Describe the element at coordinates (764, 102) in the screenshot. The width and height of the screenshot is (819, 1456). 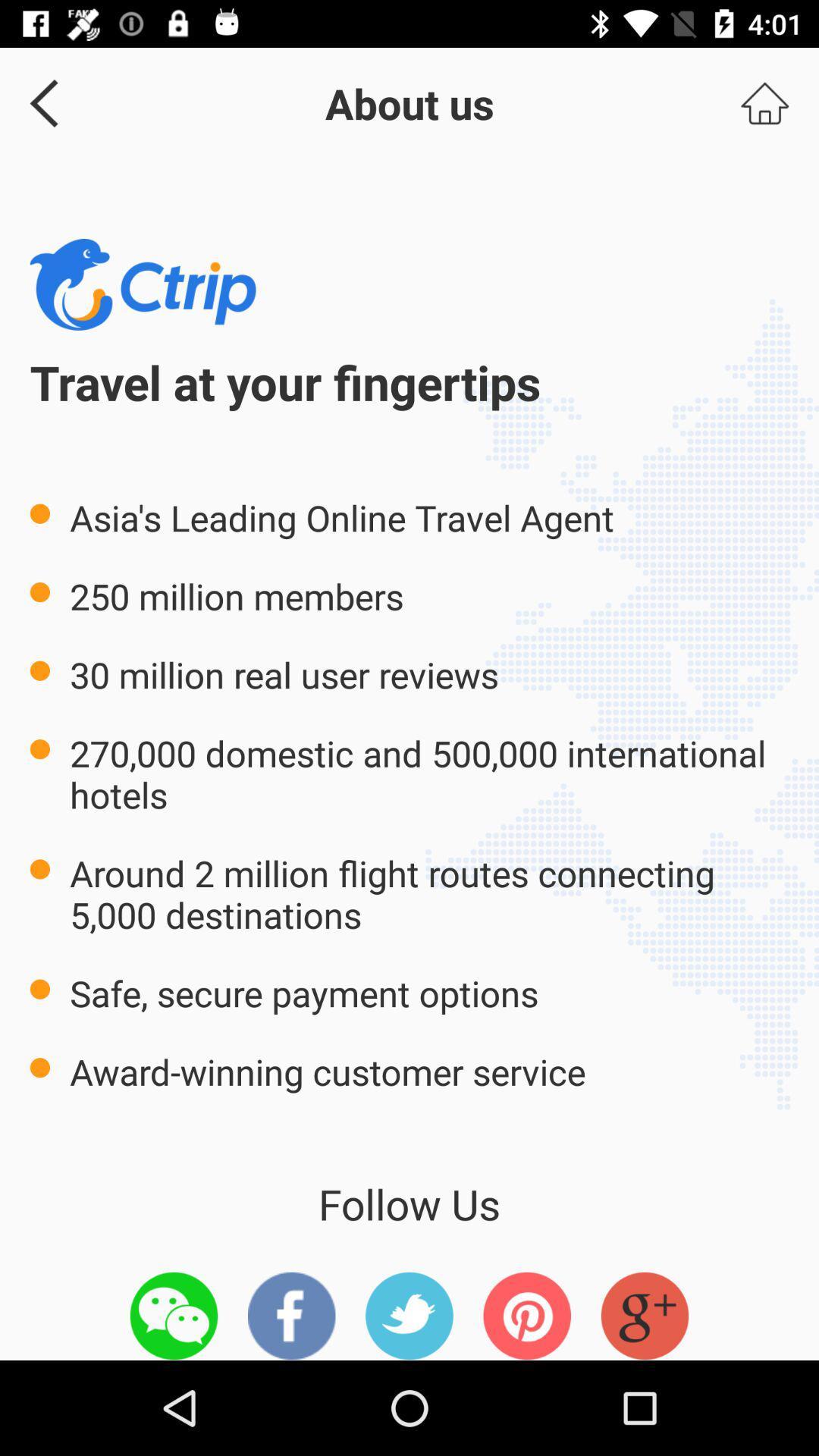
I see `homepage` at that location.